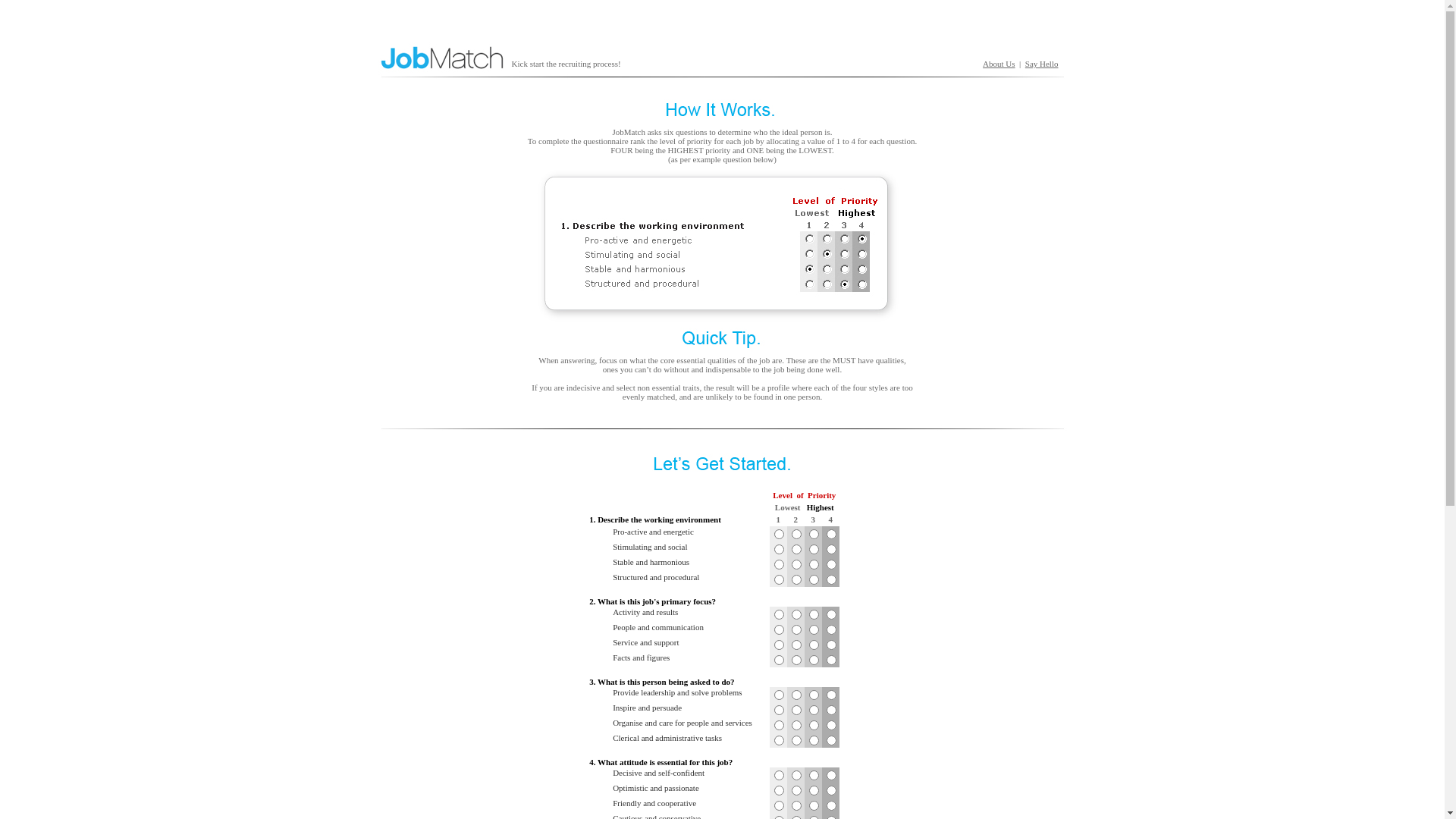 The width and height of the screenshot is (1456, 819). I want to click on 'Say Hello', so click(1040, 63).